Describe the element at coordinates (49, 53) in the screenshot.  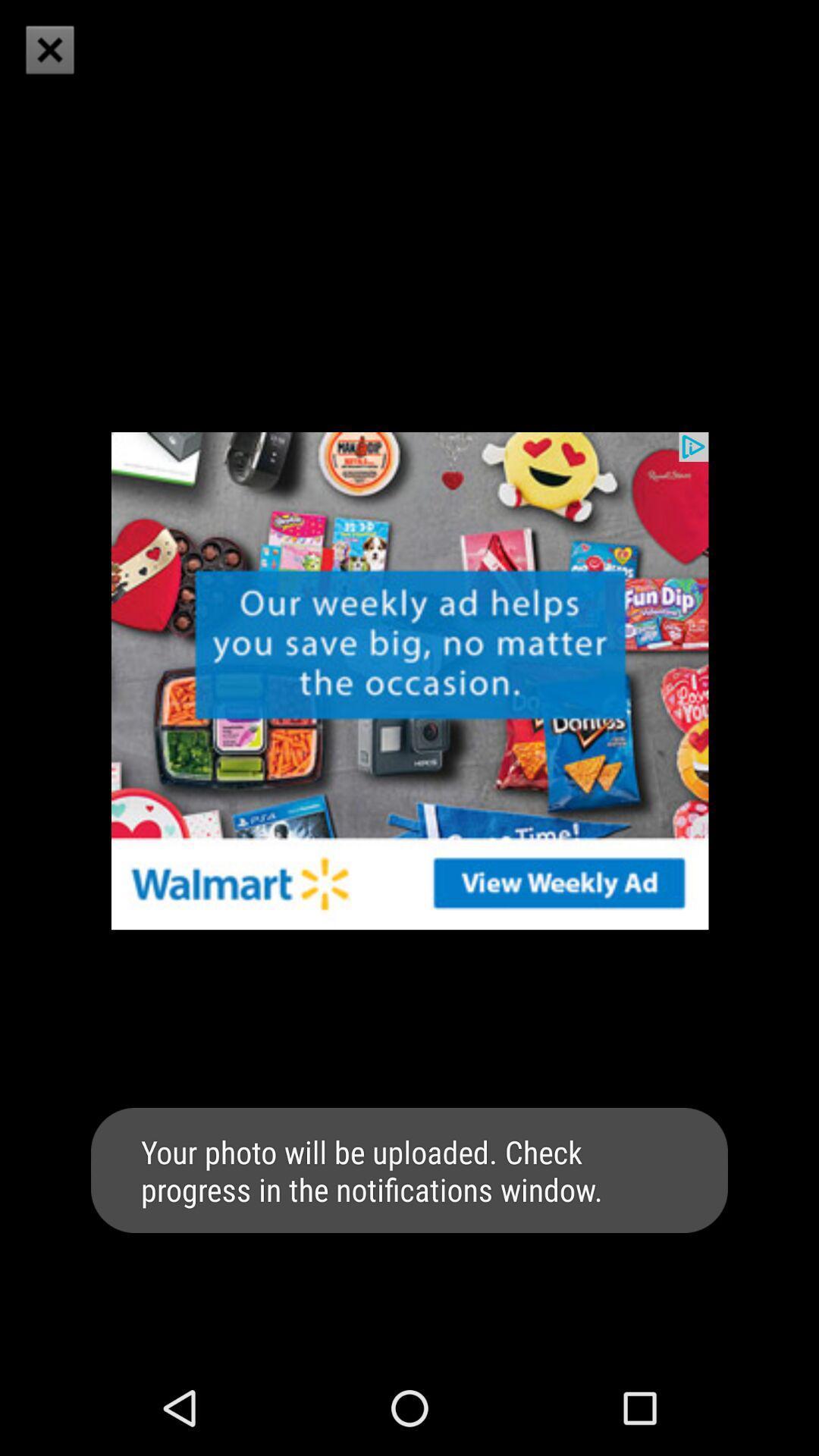
I see `the close icon` at that location.